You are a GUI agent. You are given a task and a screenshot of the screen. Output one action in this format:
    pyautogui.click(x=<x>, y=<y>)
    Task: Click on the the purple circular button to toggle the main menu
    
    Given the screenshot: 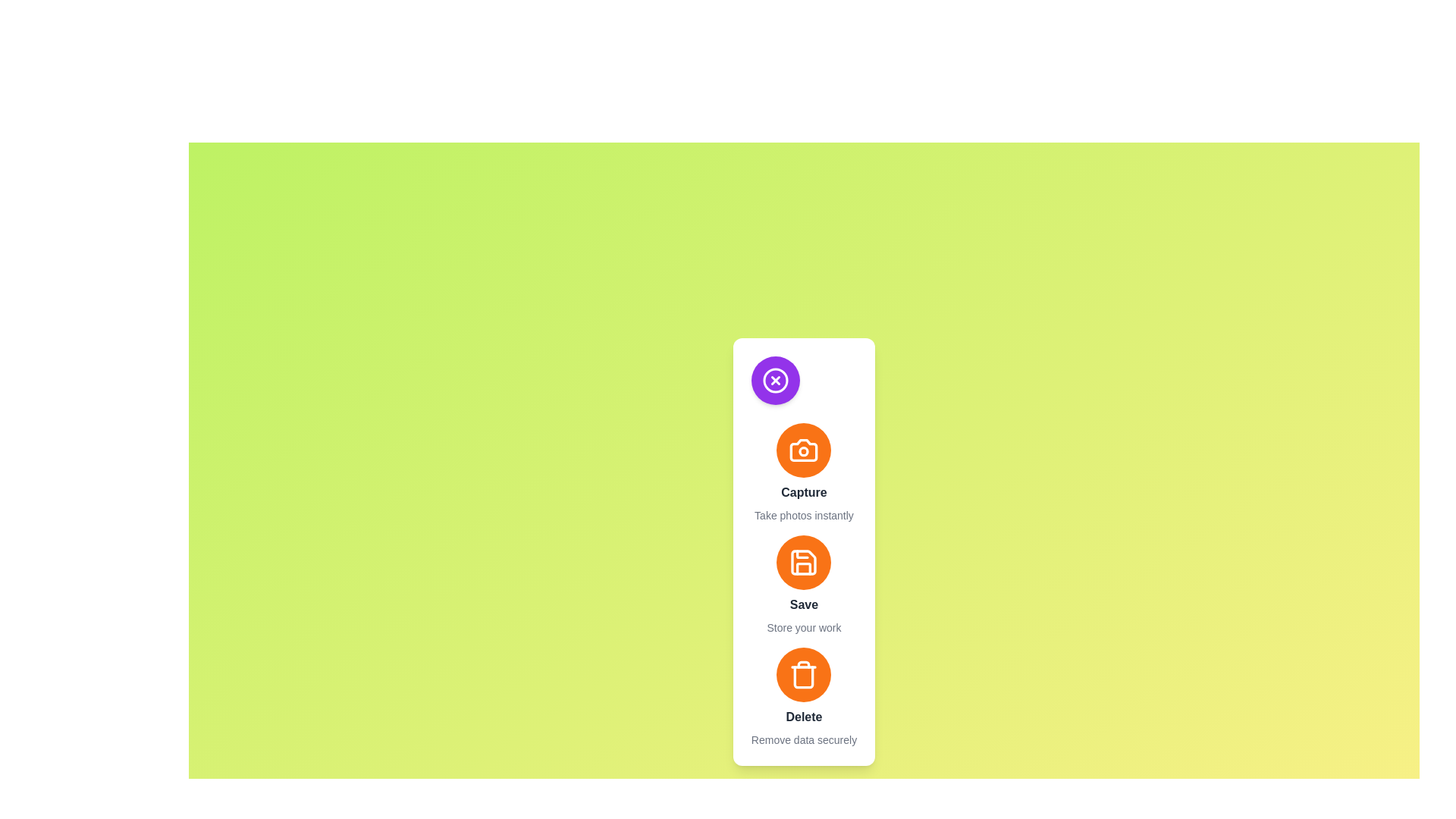 What is the action you would take?
    pyautogui.click(x=775, y=379)
    